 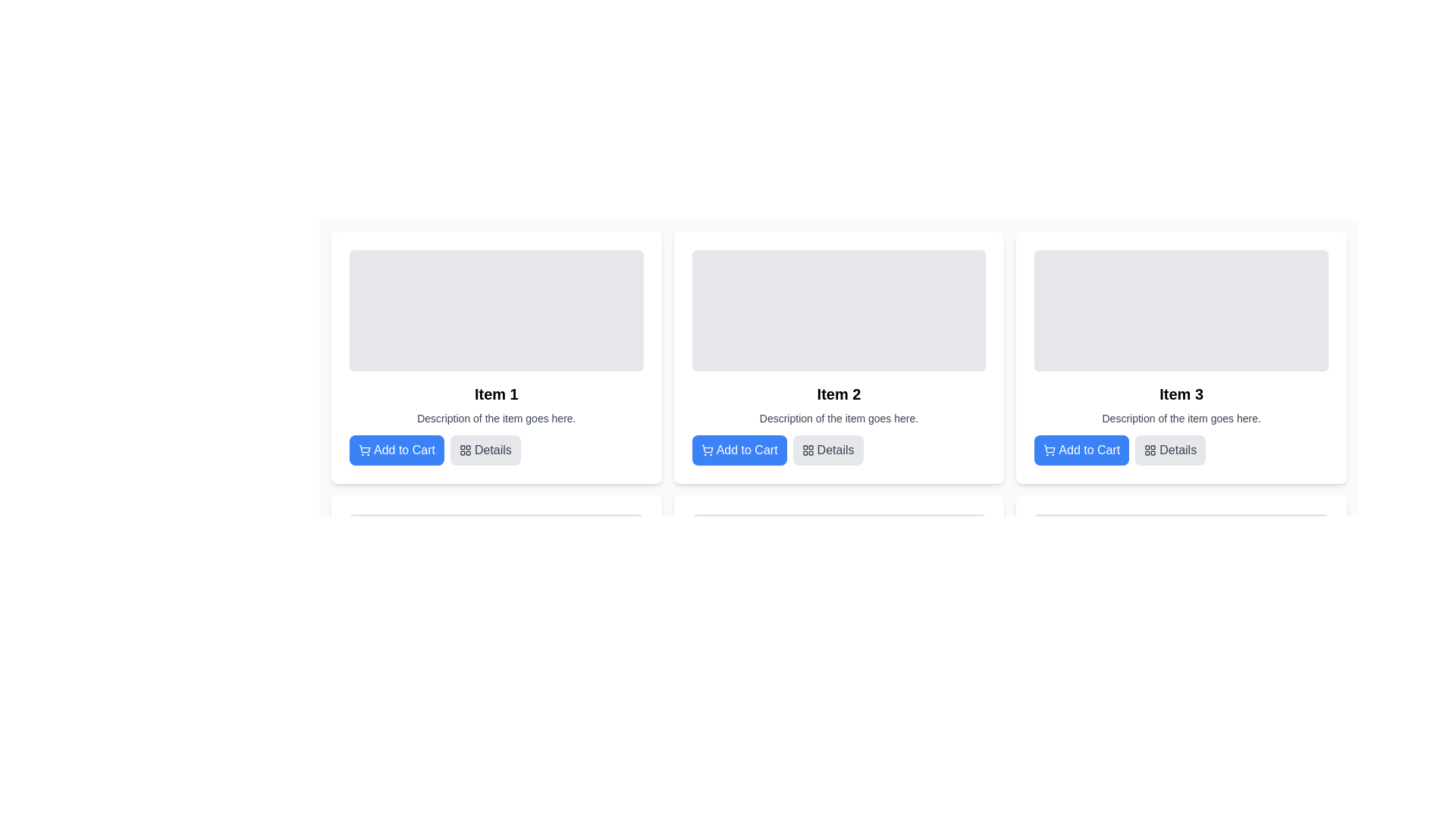 What do you see at coordinates (1181, 418) in the screenshot?
I see `the Text Display element that shows 'Description of the item goes here.' located in the card for 'Item 3', positioned below the title and above the action buttons` at bounding box center [1181, 418].